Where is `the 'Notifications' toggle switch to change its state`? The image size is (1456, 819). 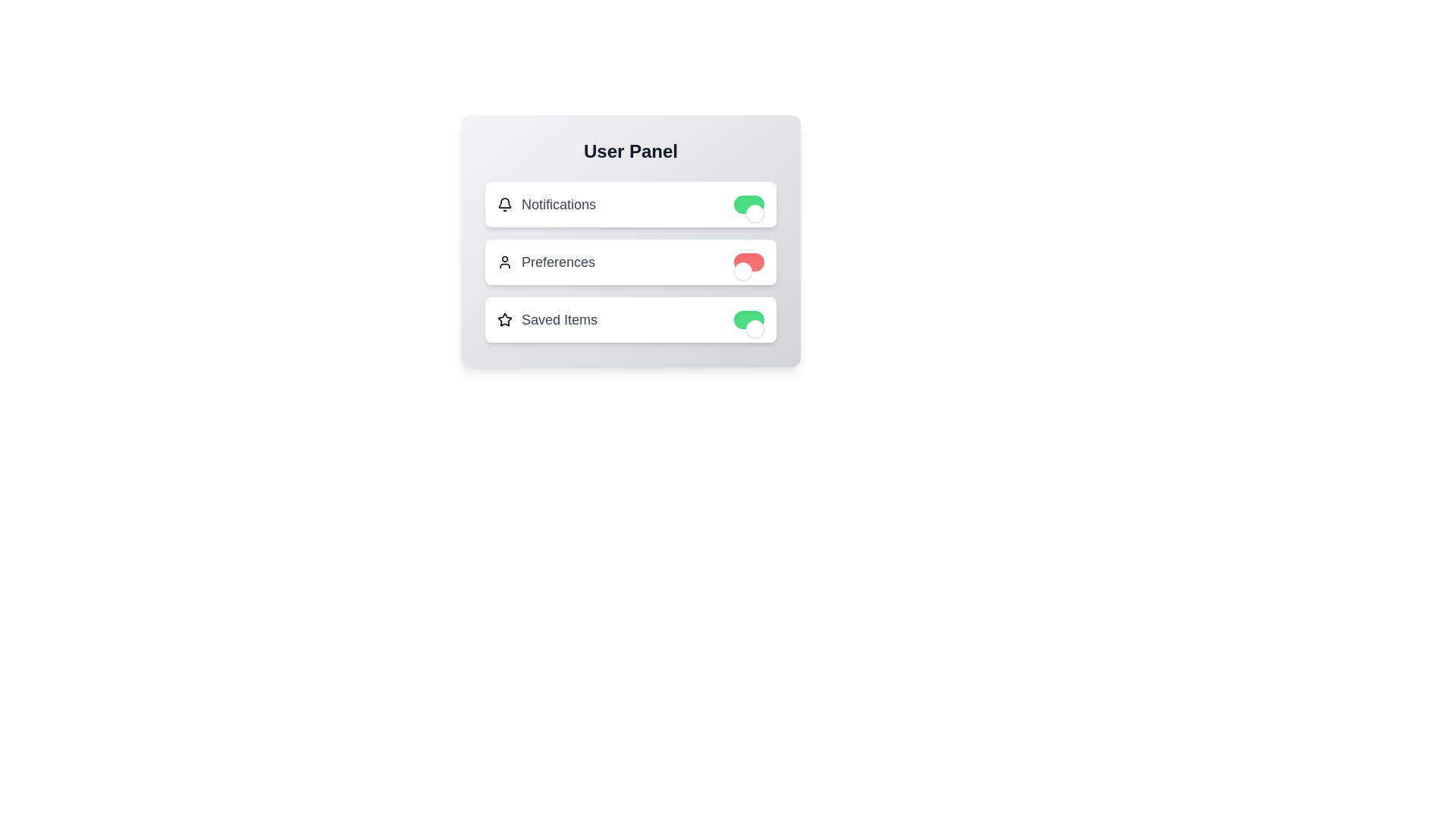 the 'Notifications' toggle switch to change its state is located at coordinates (749, 205).